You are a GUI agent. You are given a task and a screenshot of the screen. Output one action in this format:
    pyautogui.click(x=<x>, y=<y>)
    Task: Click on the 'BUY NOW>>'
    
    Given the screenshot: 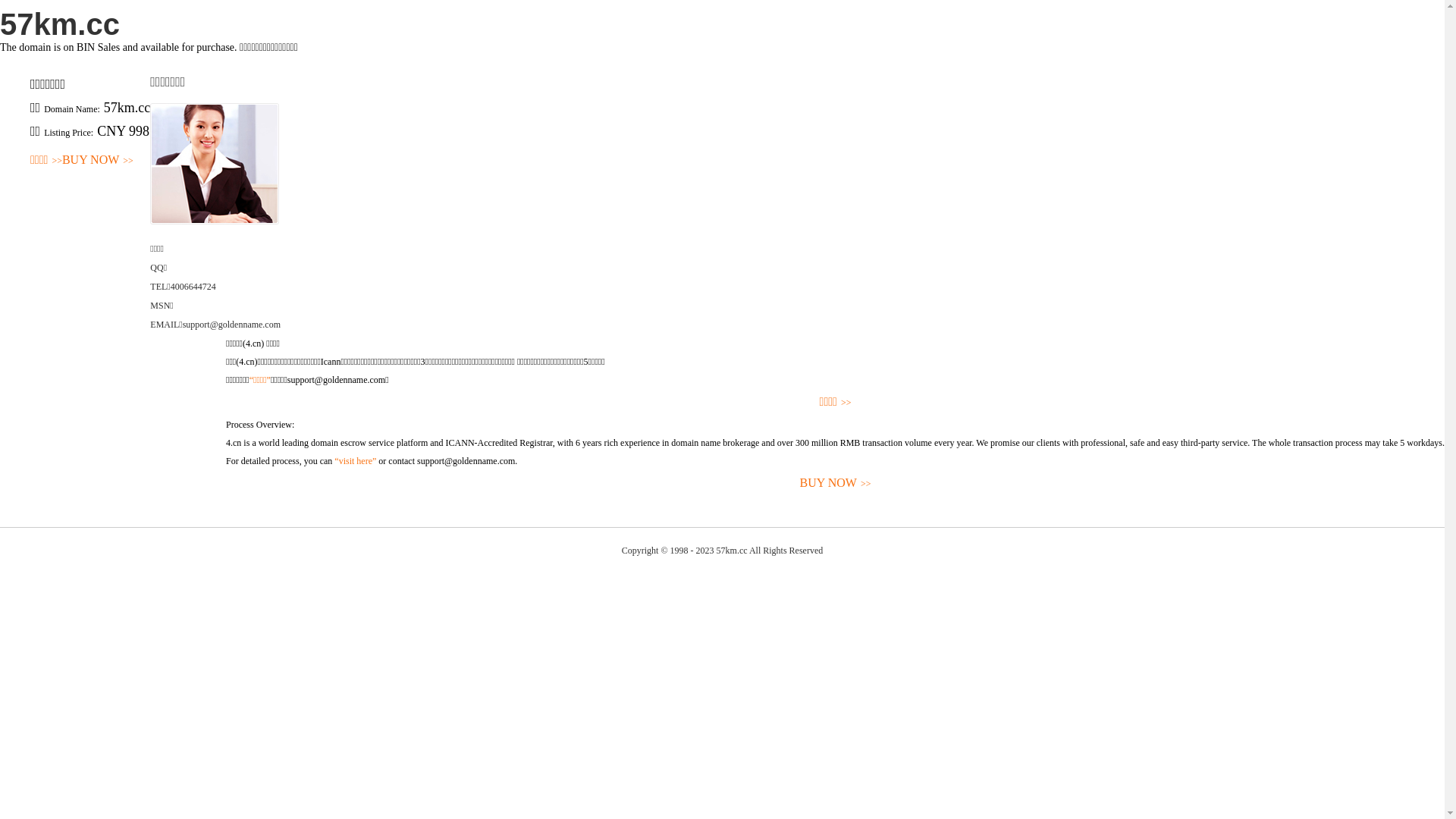 What is the action you would take?
    pyautogui.click(x=224, y=483)
    